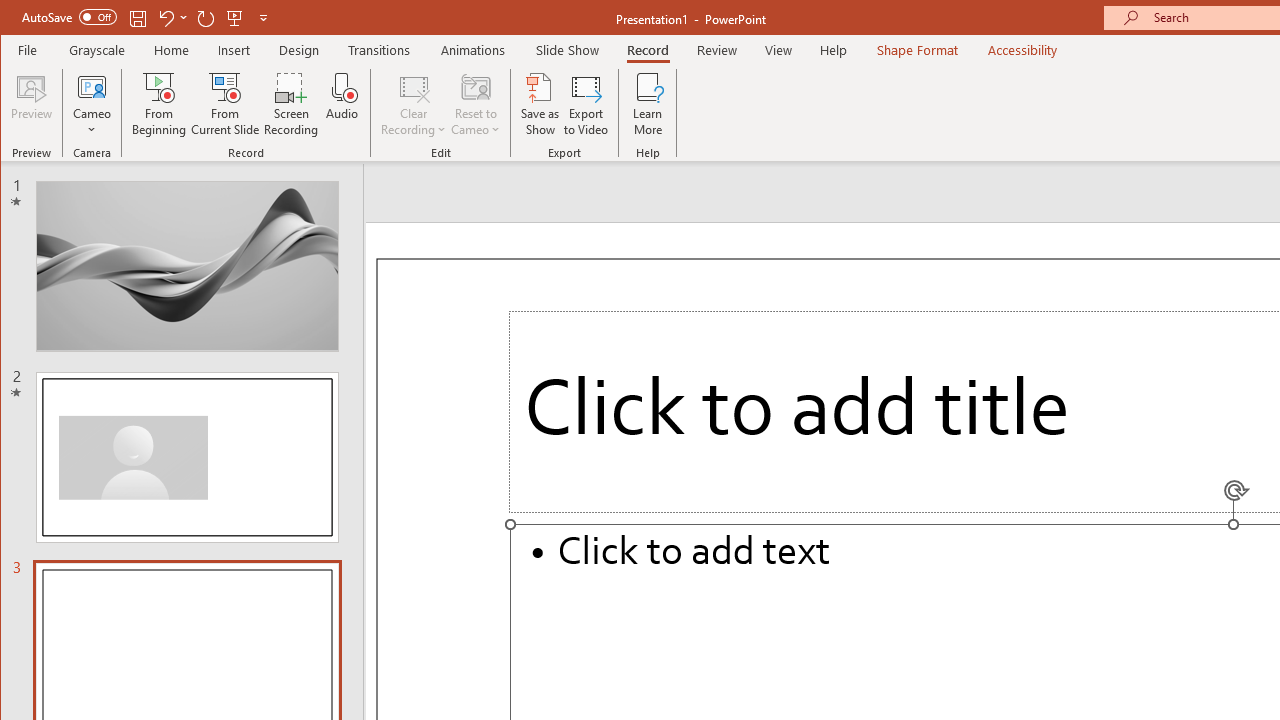 This screenshot has height=720, width=1280. Describe the element at coordinates (833, 49) in the screenshot. I see `'Help'` at that location.